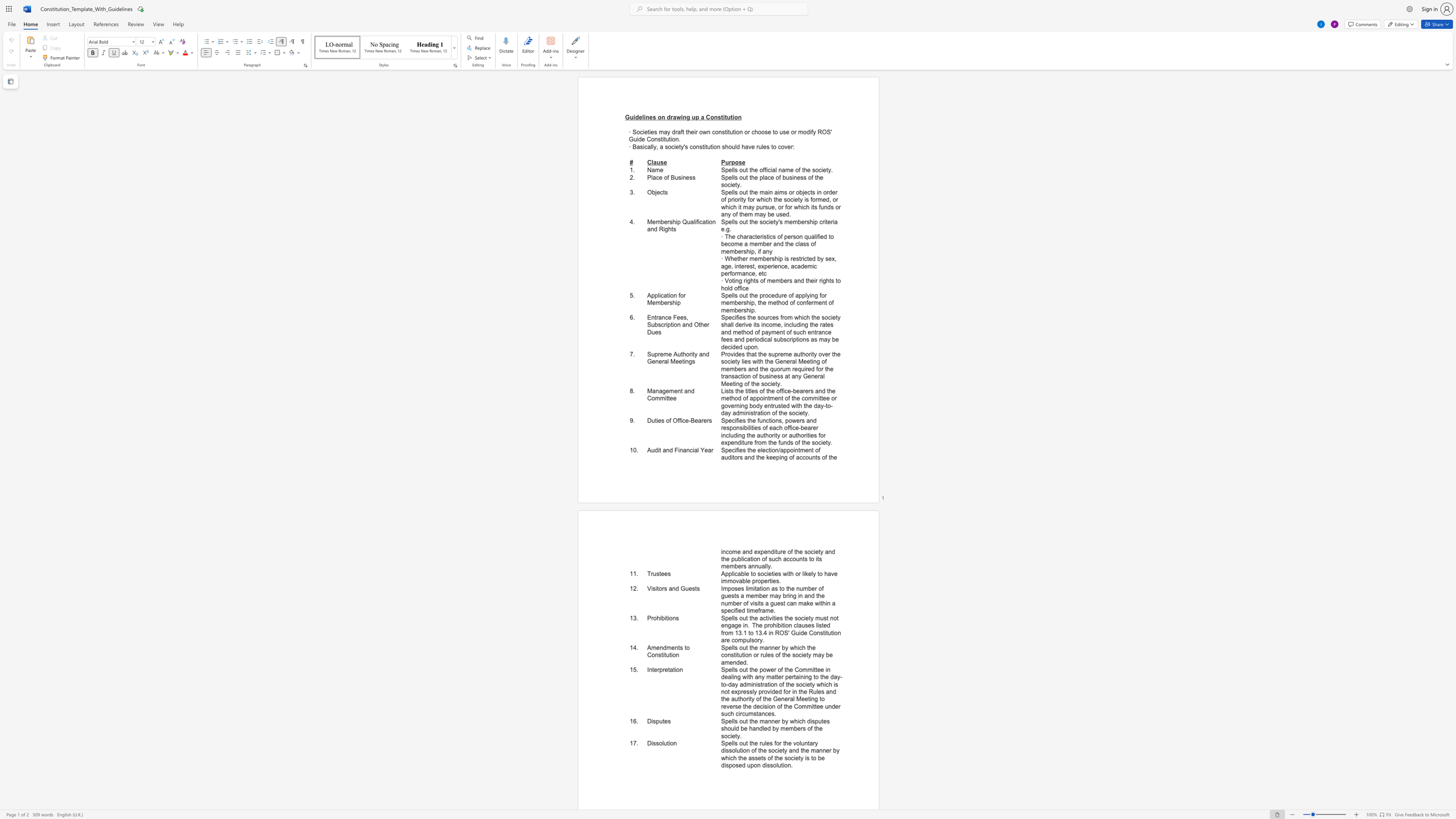 The image size is (1456, 819). Describe the element at coordinates (808, 588) in the screenshot. I see `the subset text "ber" within the text "Imposes limitation as to the number of guests a member may bring in and the number of visits a guest can make within a specified timeframe."` at that location.